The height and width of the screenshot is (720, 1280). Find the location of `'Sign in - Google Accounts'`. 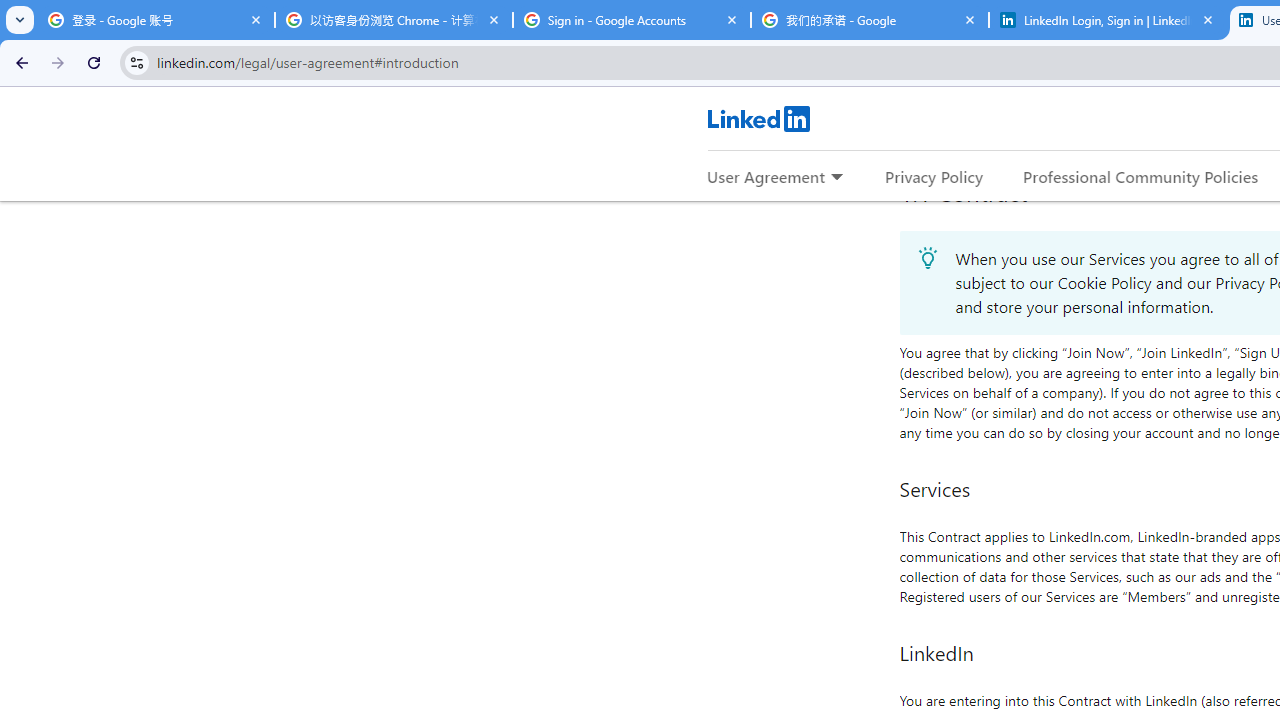

'Sign in - Google Accounts' is located at coordinates (631, 20).